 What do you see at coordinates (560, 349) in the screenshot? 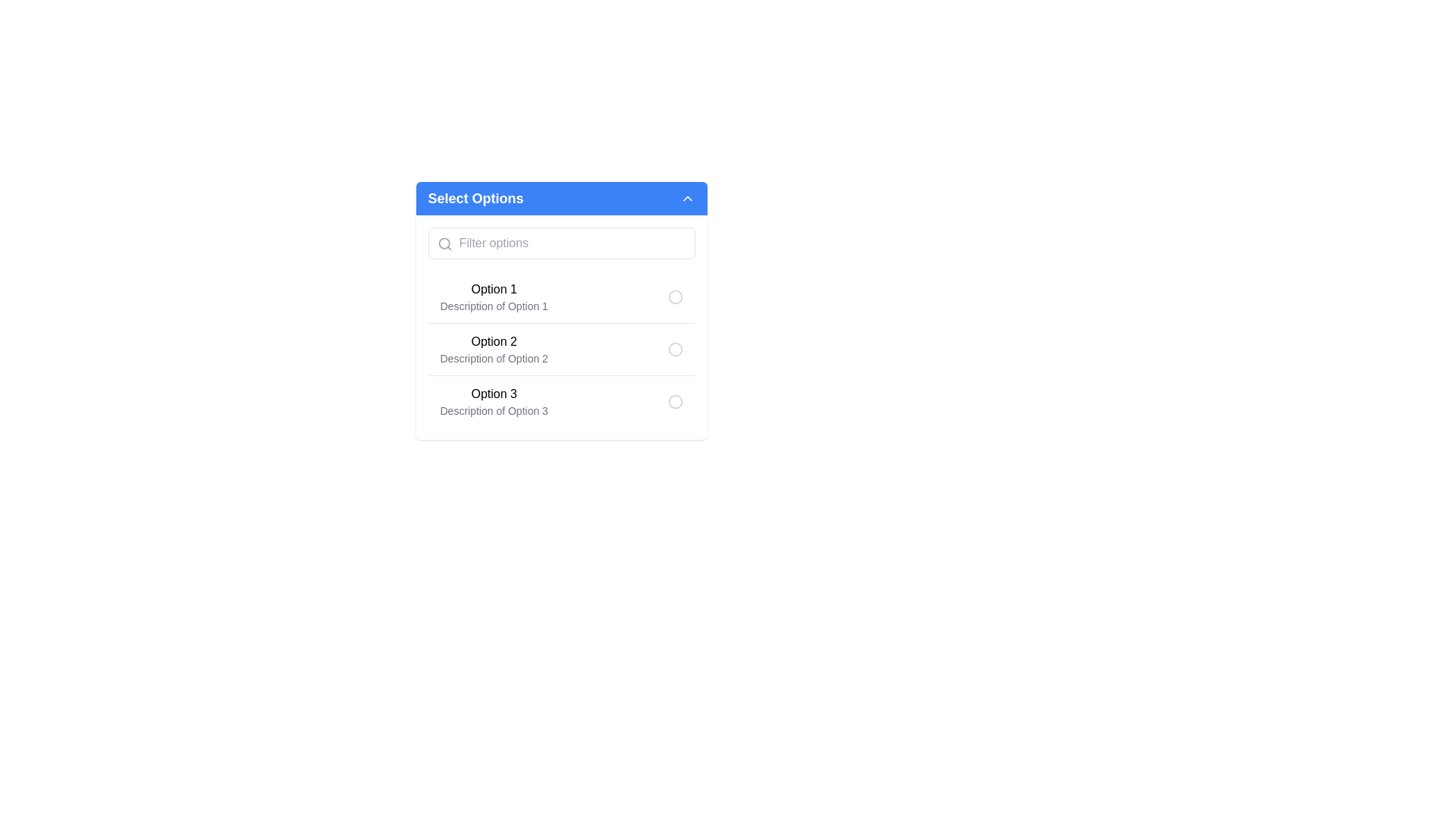
I see `the second selectable list item located below 'Option 1' and above 'Option 3'` at bounding box center [560, 349].